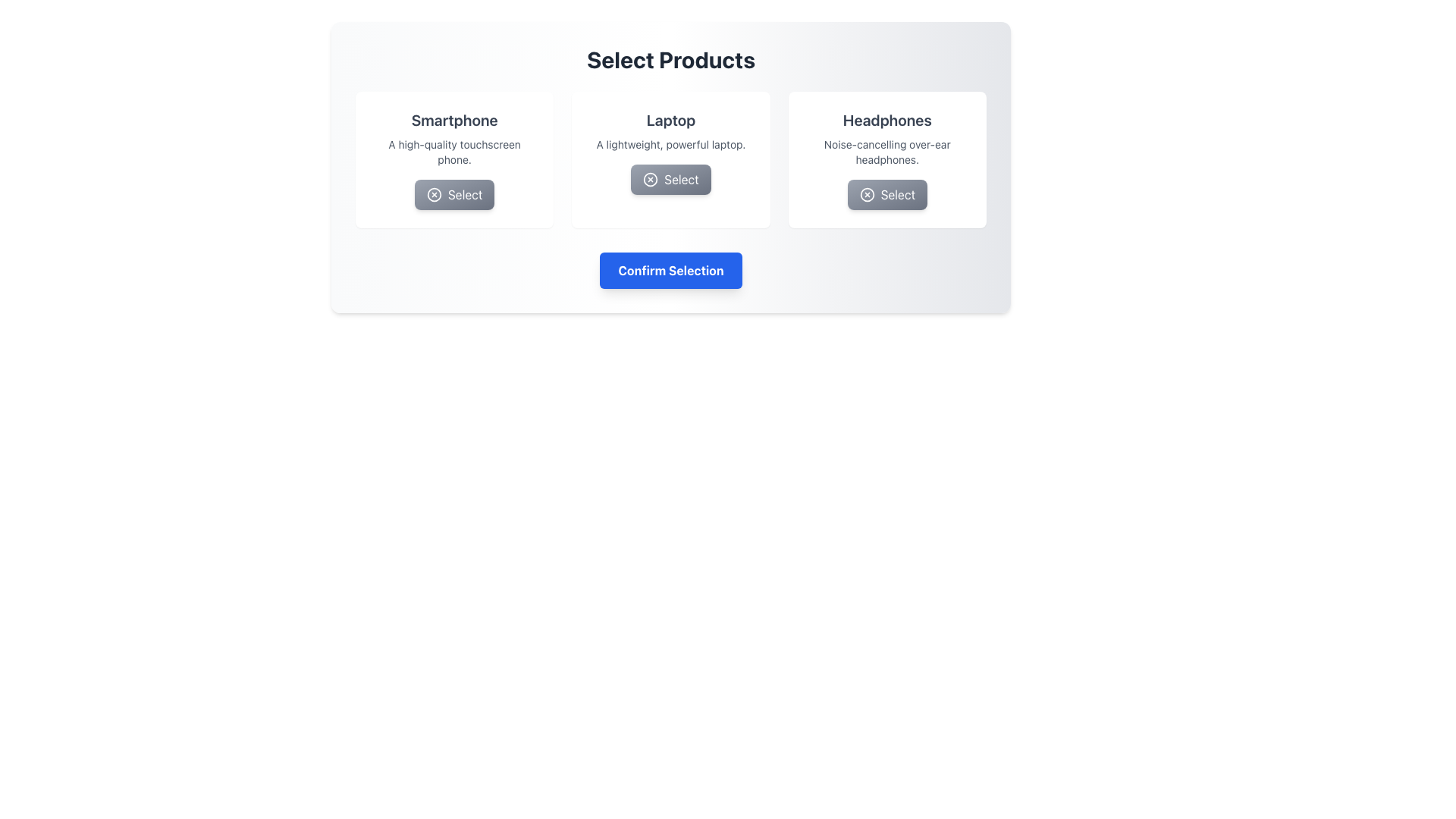 This screenshot has width=1456, height=819. I want to click on the Text Label displaying 'A high-quality touchscreen phone.' located under the title 'Smartphone' in the product card layout, so click(453, 152).